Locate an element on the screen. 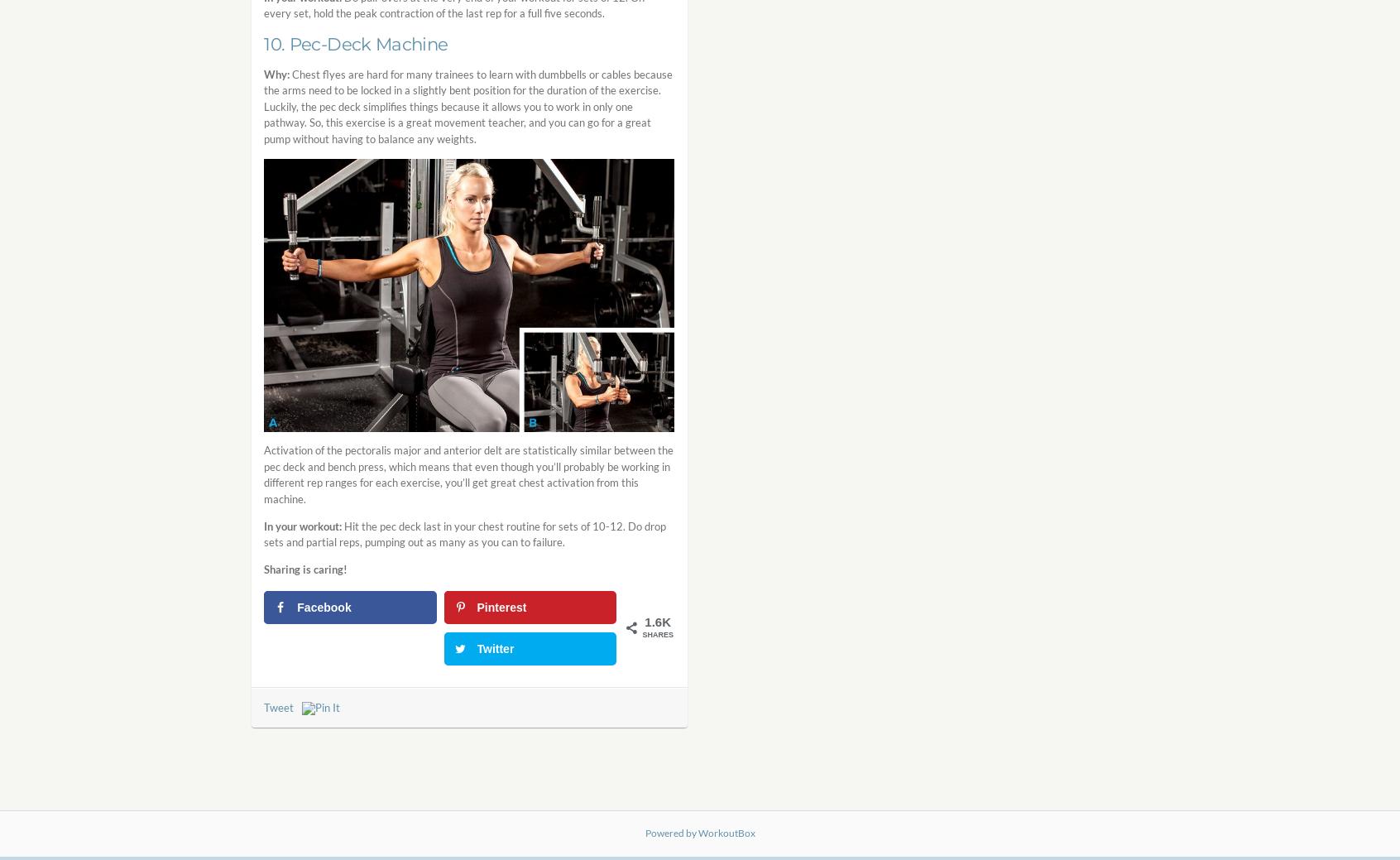 Image resolution: width=1400 pixels, height=860 pixels. '1.6k' is located at coordinates (658, 621).